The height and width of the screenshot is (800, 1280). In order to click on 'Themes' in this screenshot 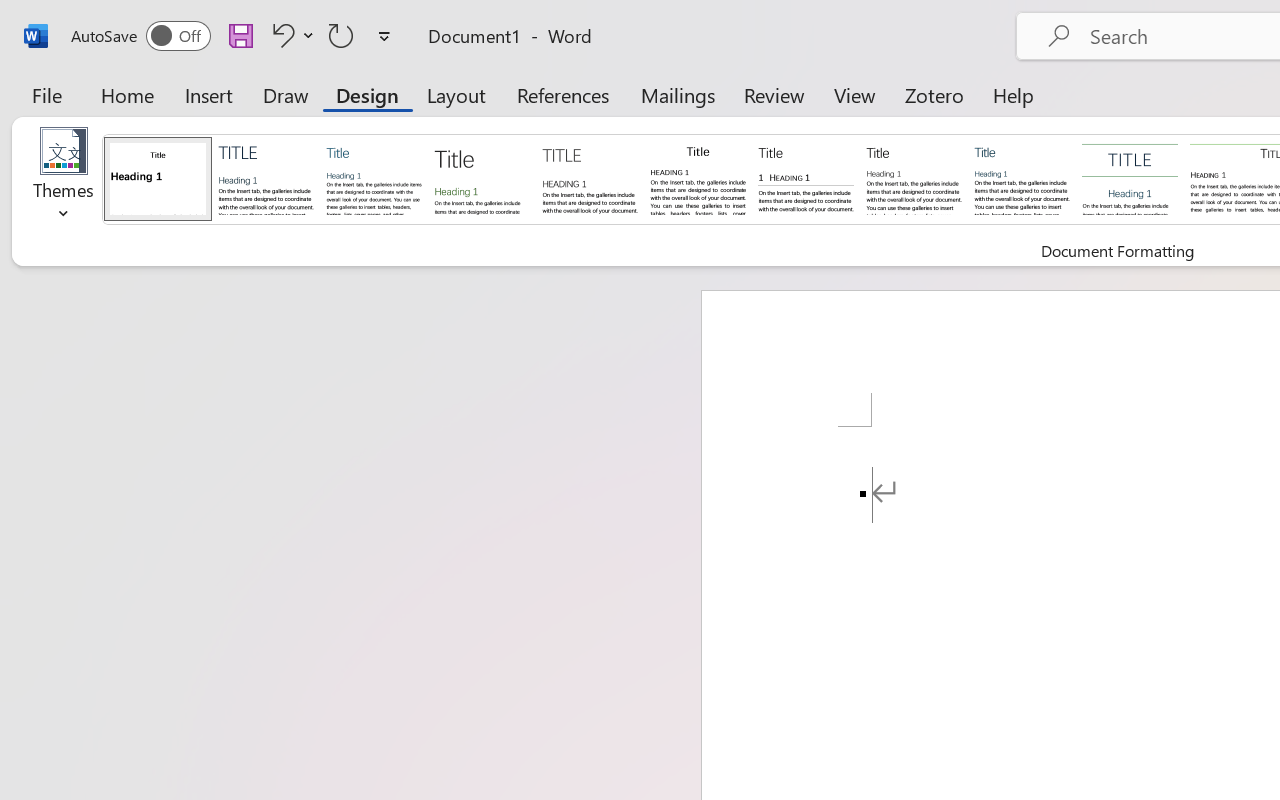, I will do `click(64, 179)`.